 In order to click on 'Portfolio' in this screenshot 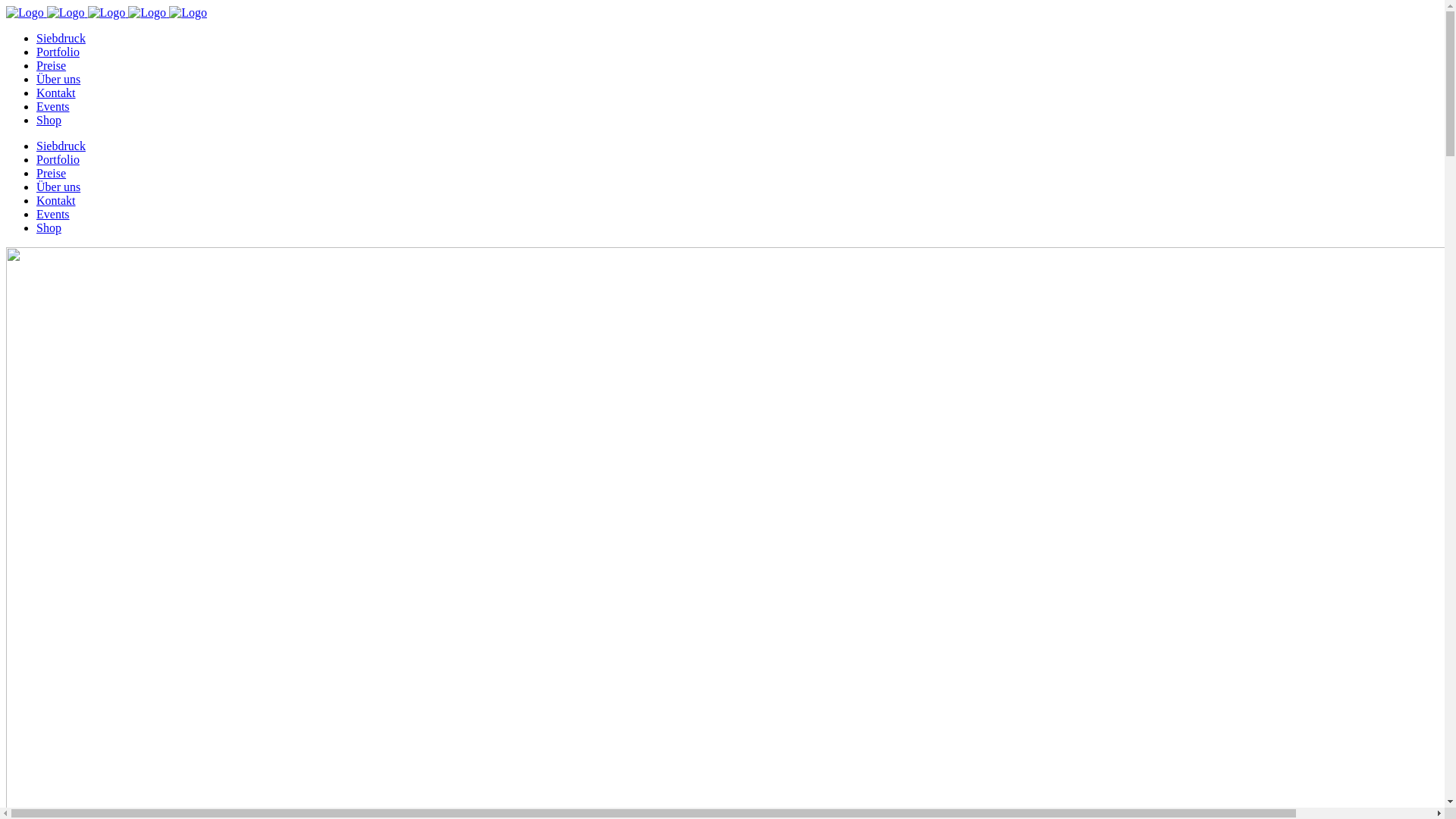, I will do `click(58, 159)`.